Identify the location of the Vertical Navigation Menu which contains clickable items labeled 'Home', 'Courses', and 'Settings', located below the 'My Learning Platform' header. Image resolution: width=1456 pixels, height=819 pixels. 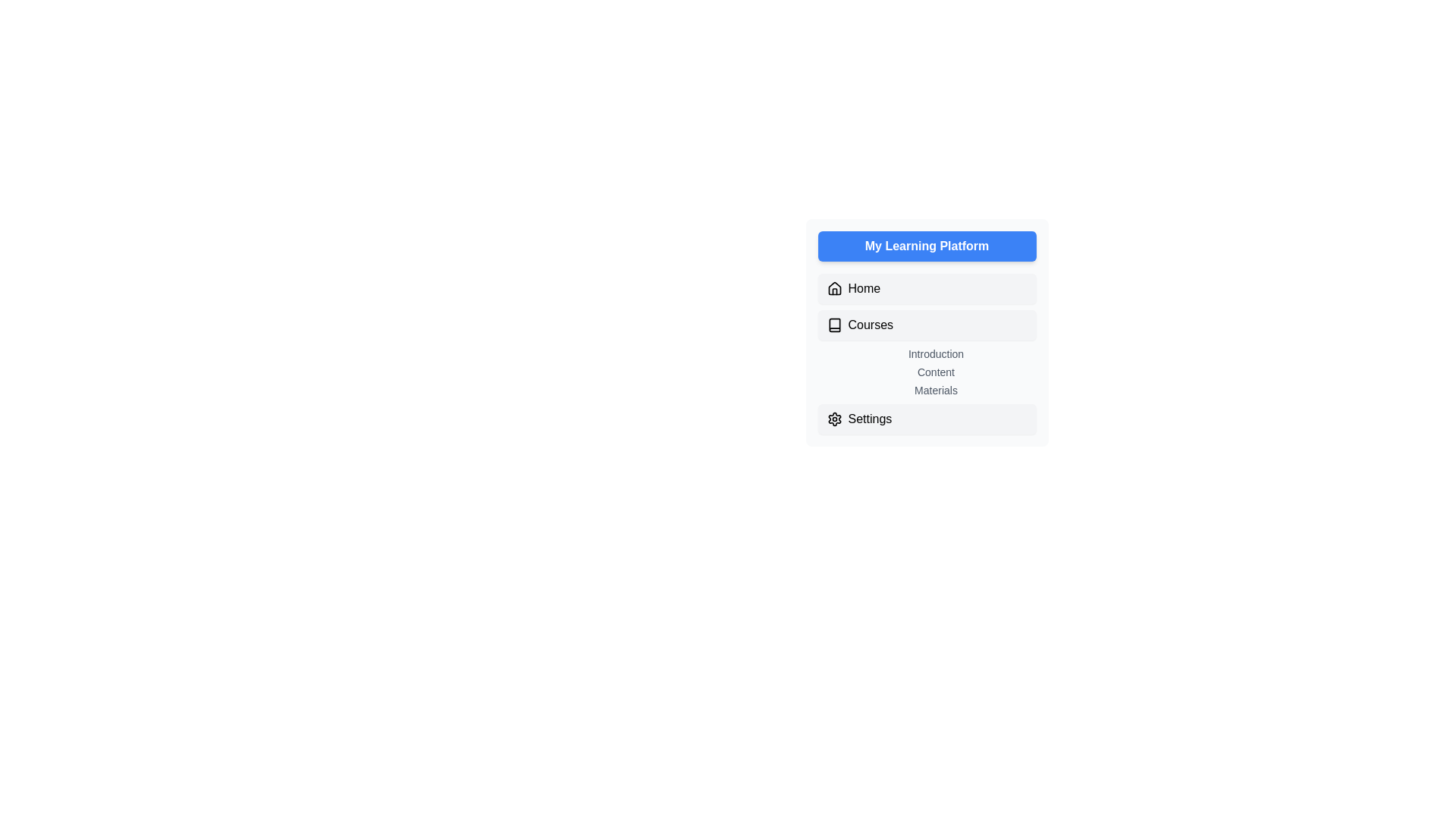
(926, 353).